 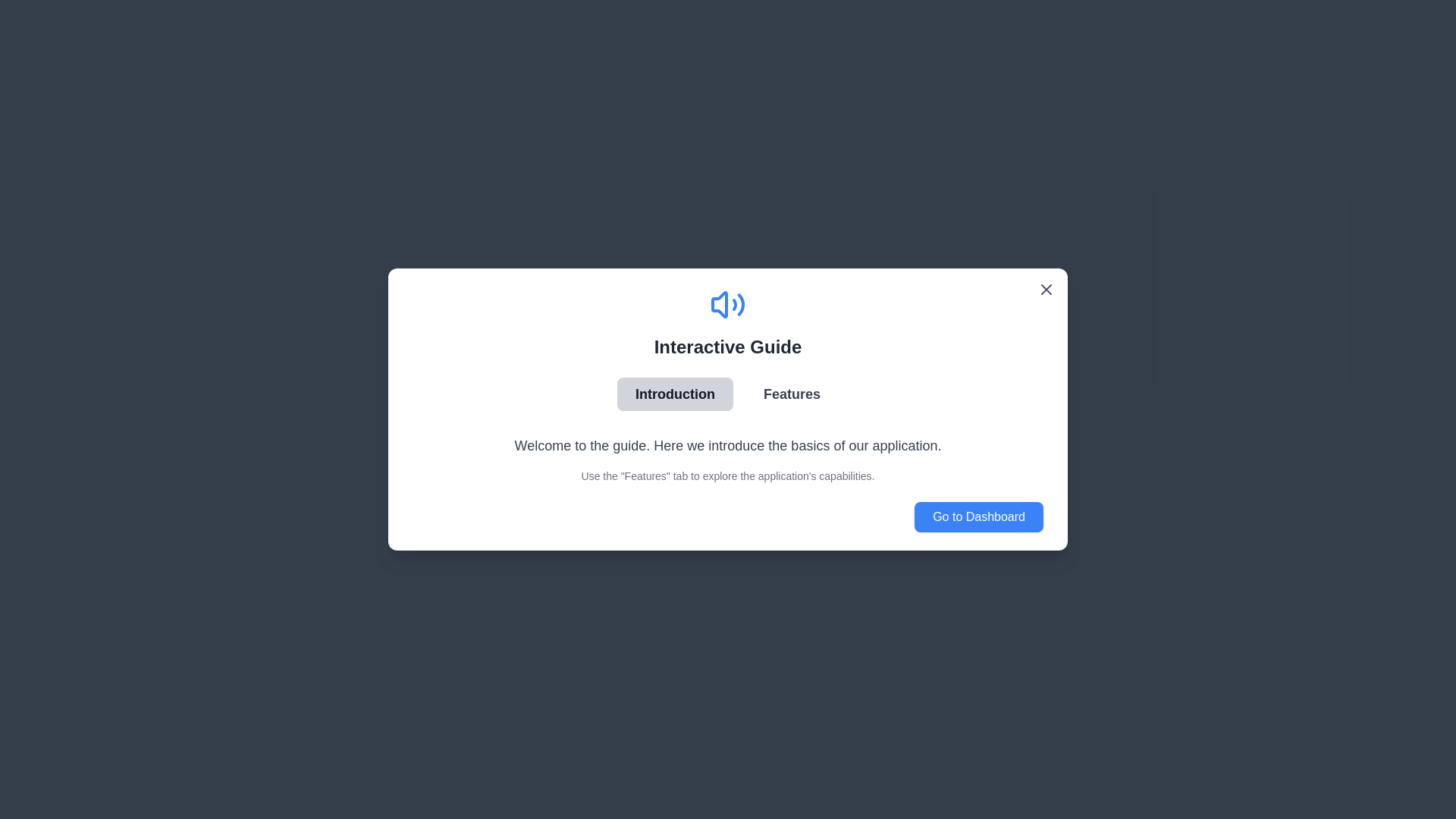 What do you see at coordinates (728, 322) in the screenshot?
I see `the blue volume icon above the text 'Interactive Guide' in the centered header of the pop-up card interface` at bounding box center [728, 322].